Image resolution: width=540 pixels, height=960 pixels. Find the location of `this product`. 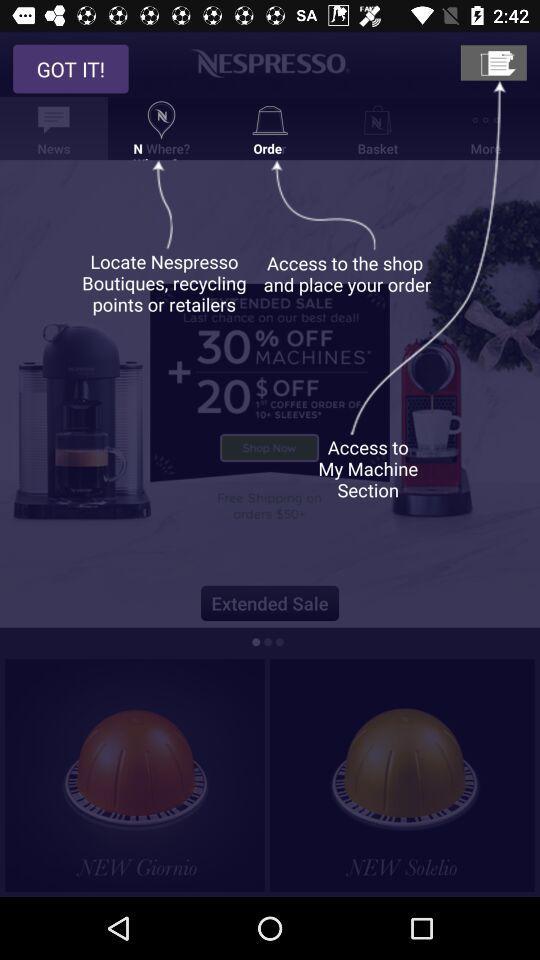

this product is located at coordinates (402, 774).